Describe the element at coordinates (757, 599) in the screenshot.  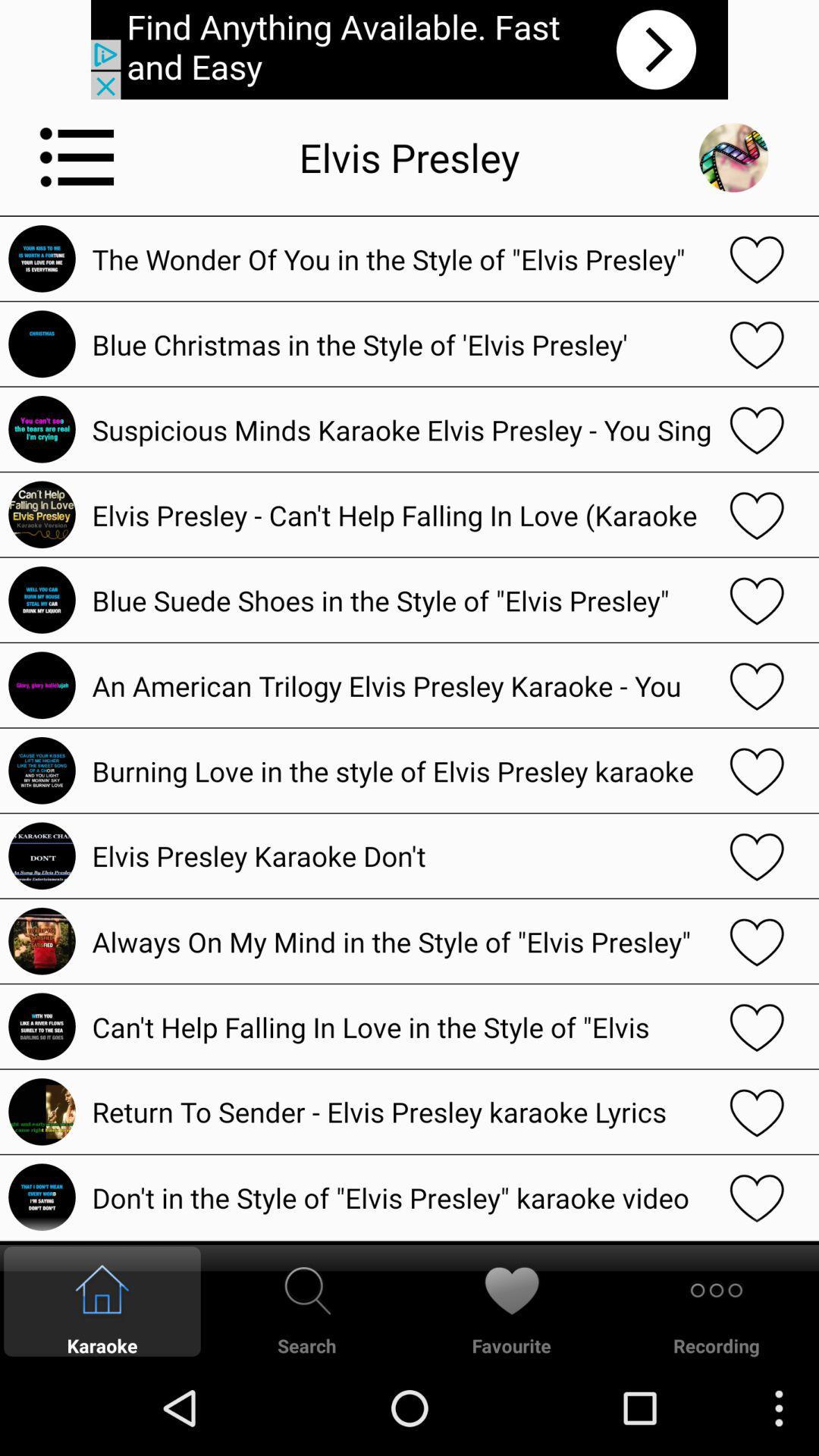
I see `the option` at that location.